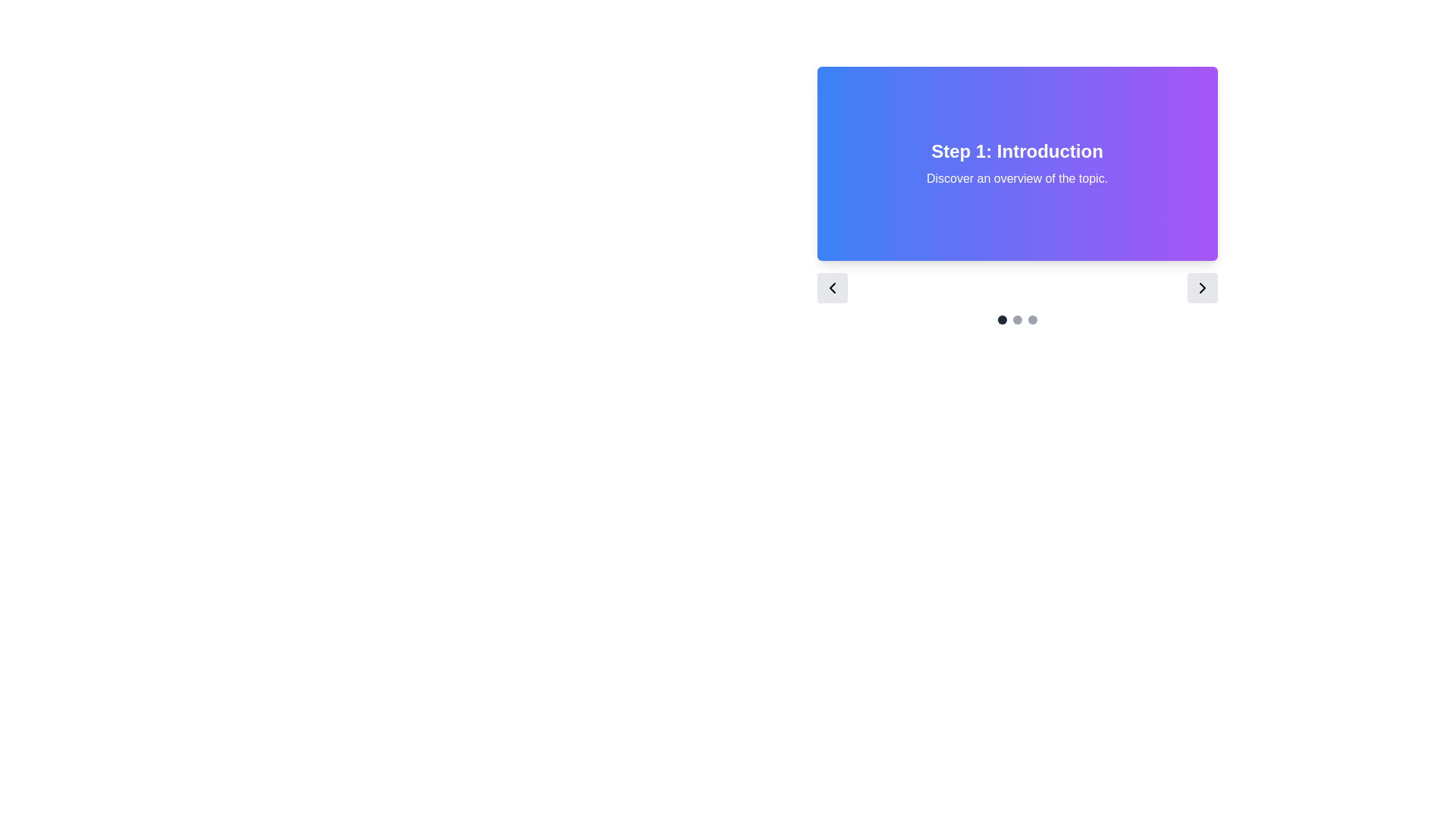  Describe the element at coordinates (831, 288) in the screenshot. I see `the rectangular button with rounded corners that features a leftward-pointing chevron icon to trigger the hover effect` at that location.